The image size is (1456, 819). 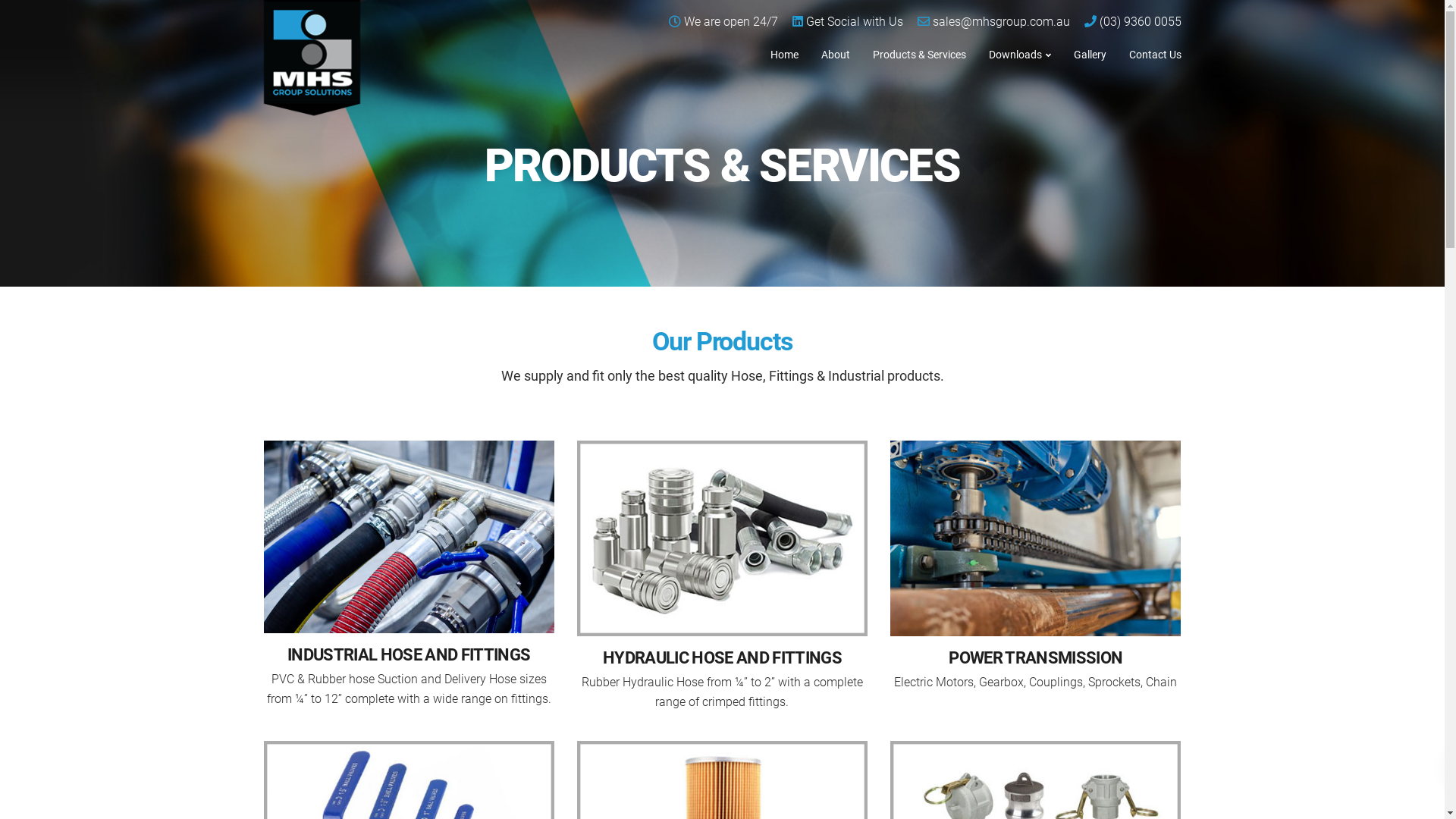 What do you see at coordinates (1154, 52) in the screenshot?
I see `'Contact Us'` at bounding box center [1154, 52].